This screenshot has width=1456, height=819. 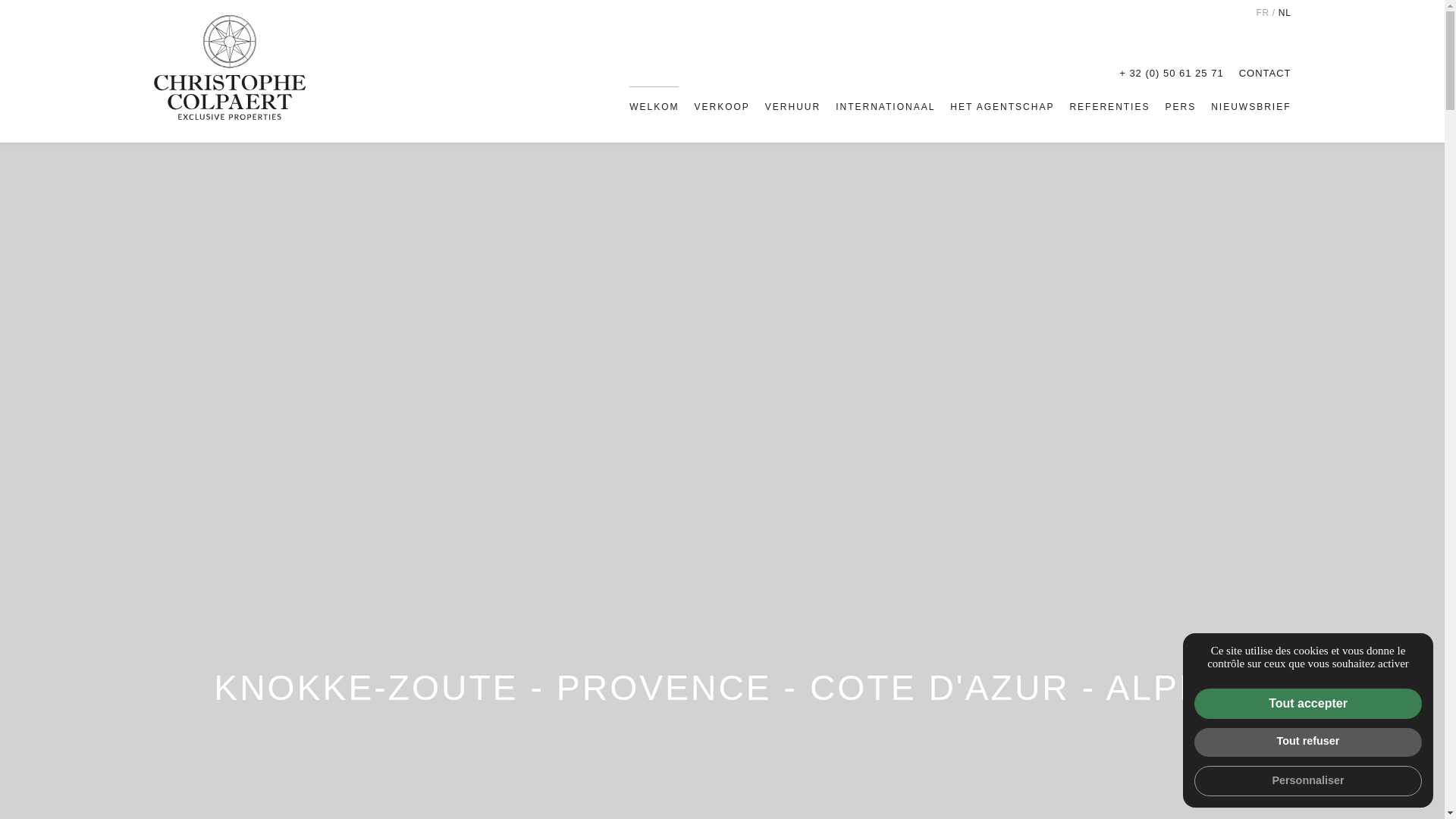 What do you see at coordinates (1307, 780) in the screenshot?
I see `'Personnaliser'` at bounding box center [1307, 780].